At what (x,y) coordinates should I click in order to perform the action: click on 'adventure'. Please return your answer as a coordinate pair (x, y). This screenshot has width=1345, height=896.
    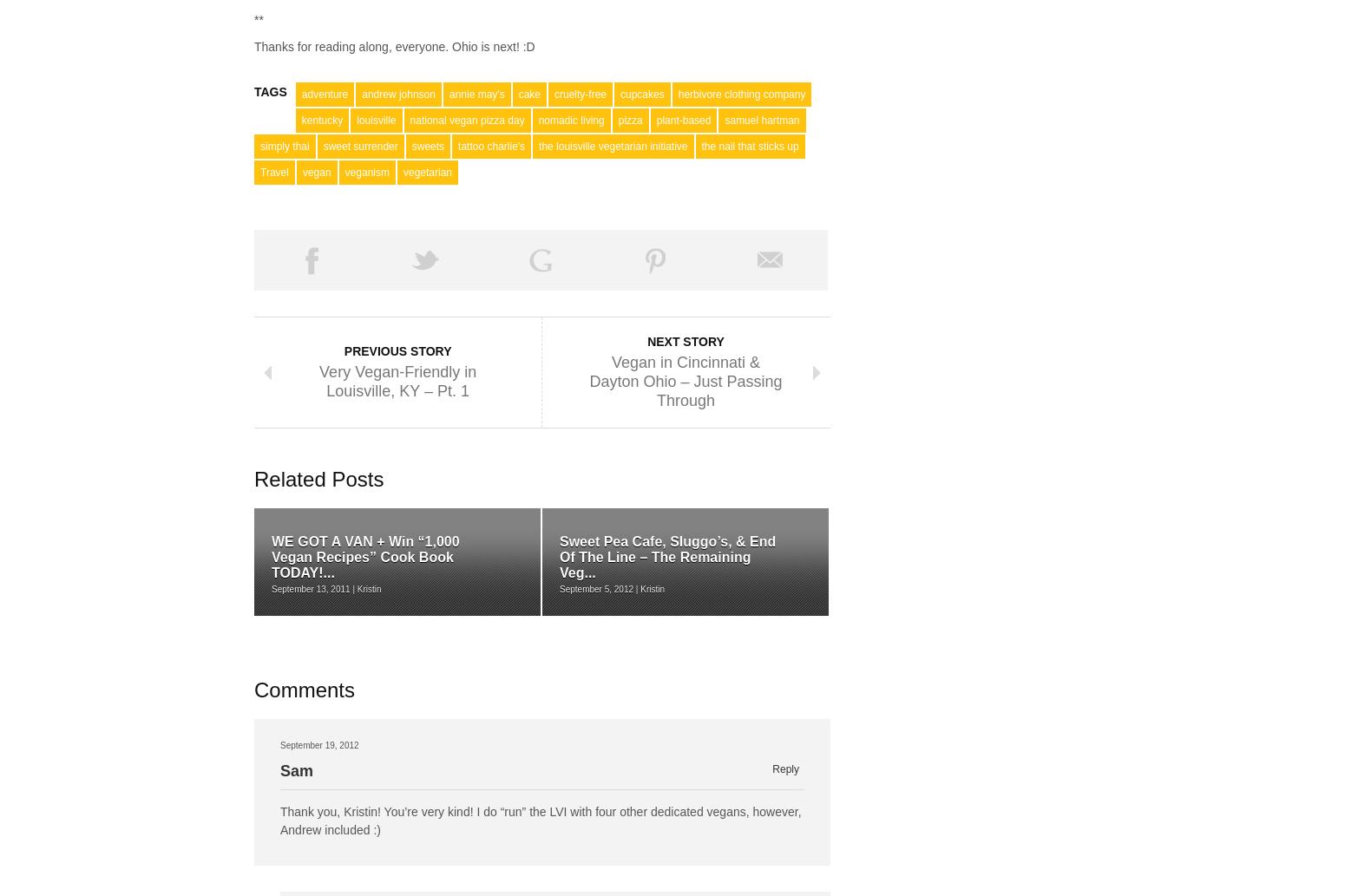
    Looking at the image, I should click on (324, 94).